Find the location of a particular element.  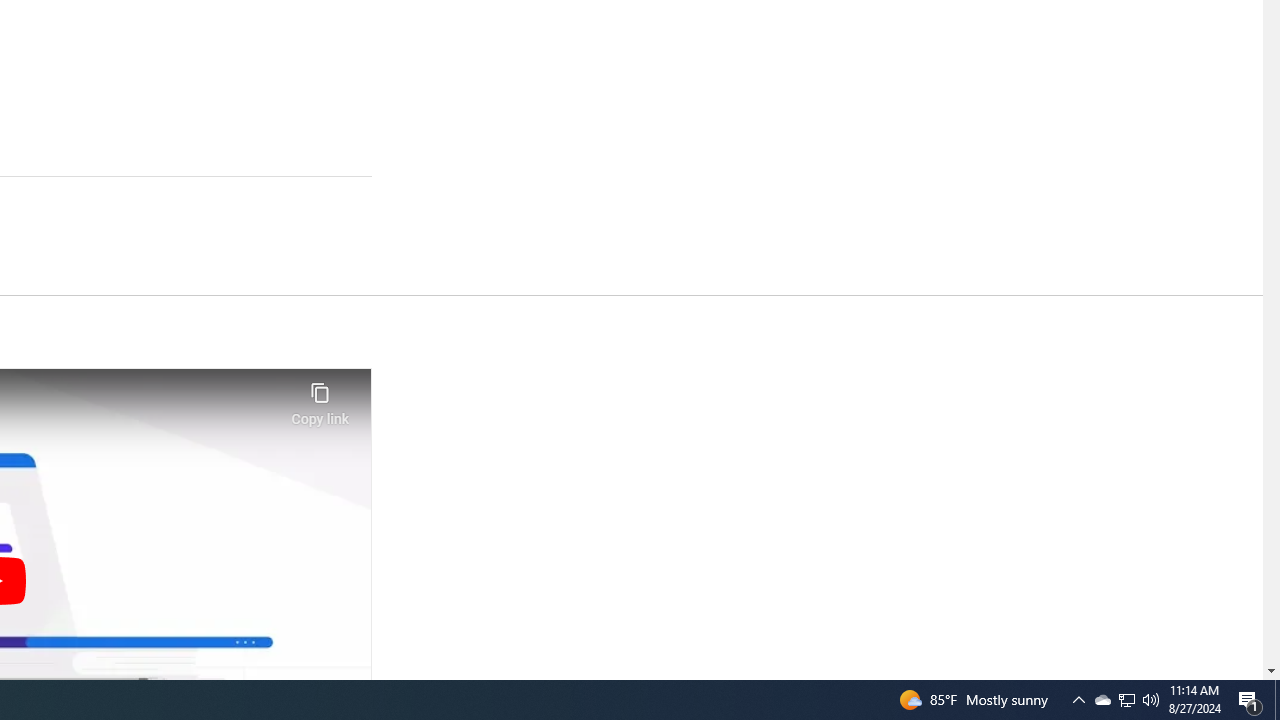

'Copy link' is located at coordinates (320, 398).